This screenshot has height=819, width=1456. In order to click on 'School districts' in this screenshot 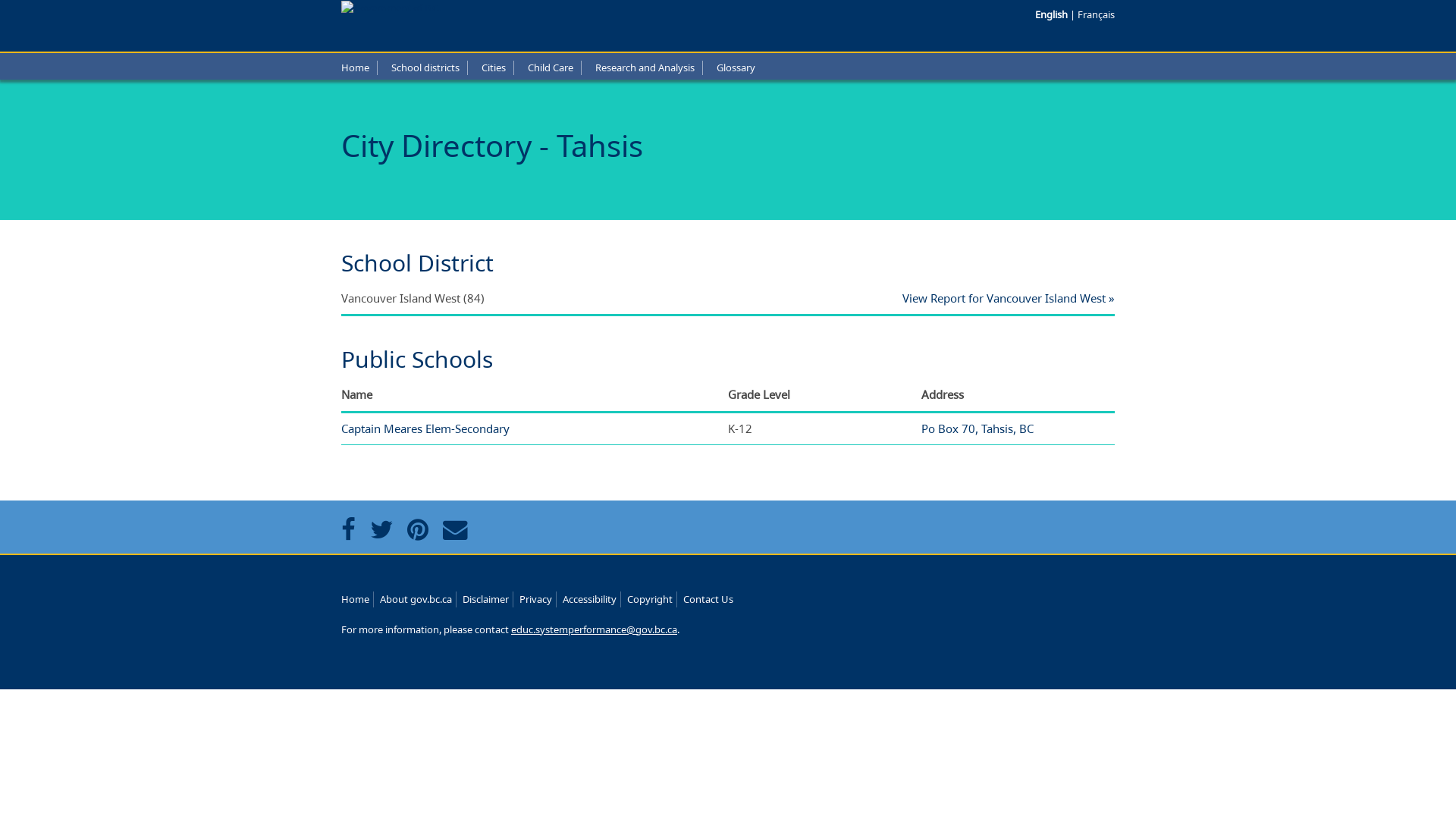, I will do `click(391, 66)`.